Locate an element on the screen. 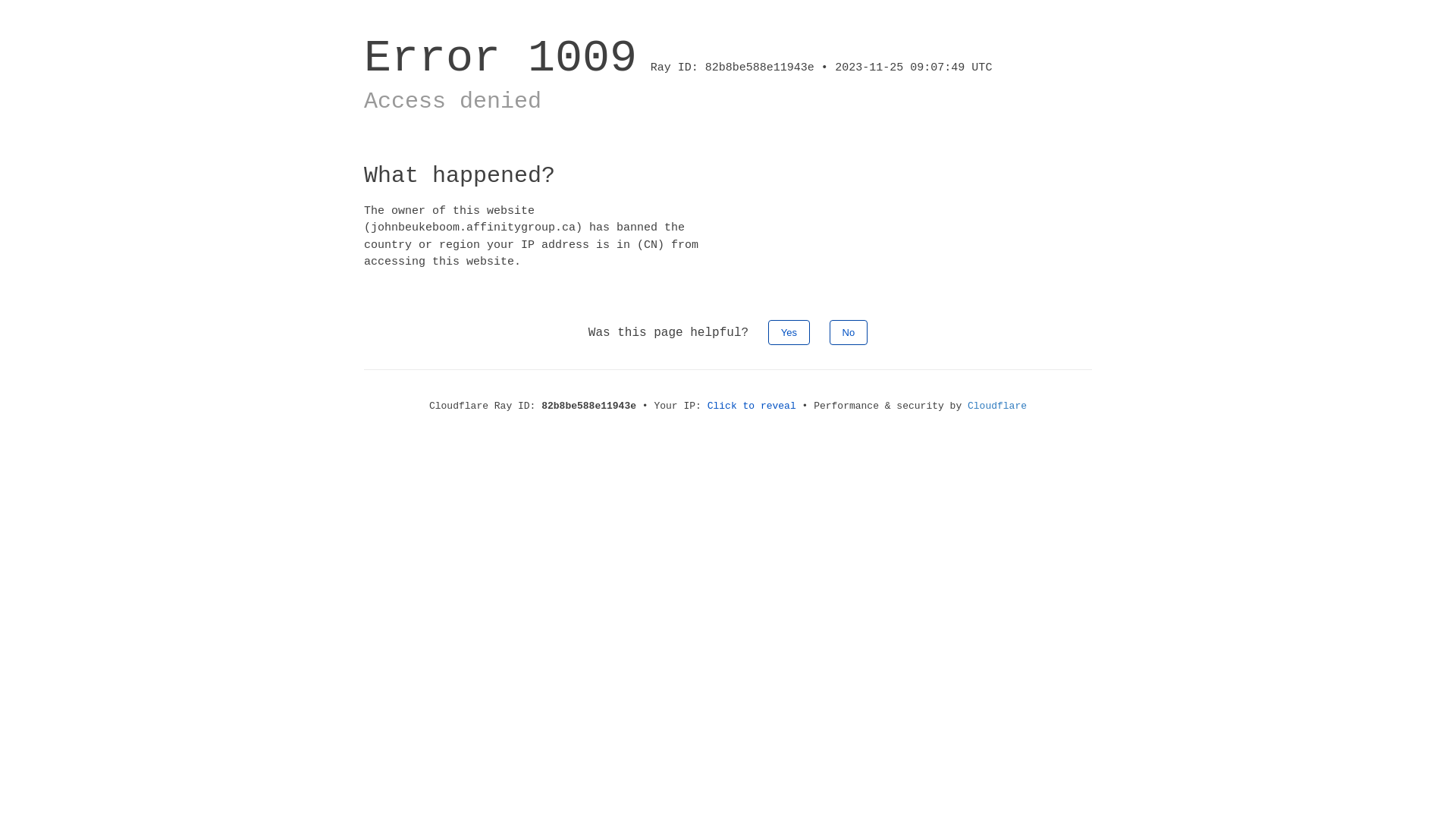 The image size is (1456, 819). 'Click to reveal' is located at coordinates (752, 405).